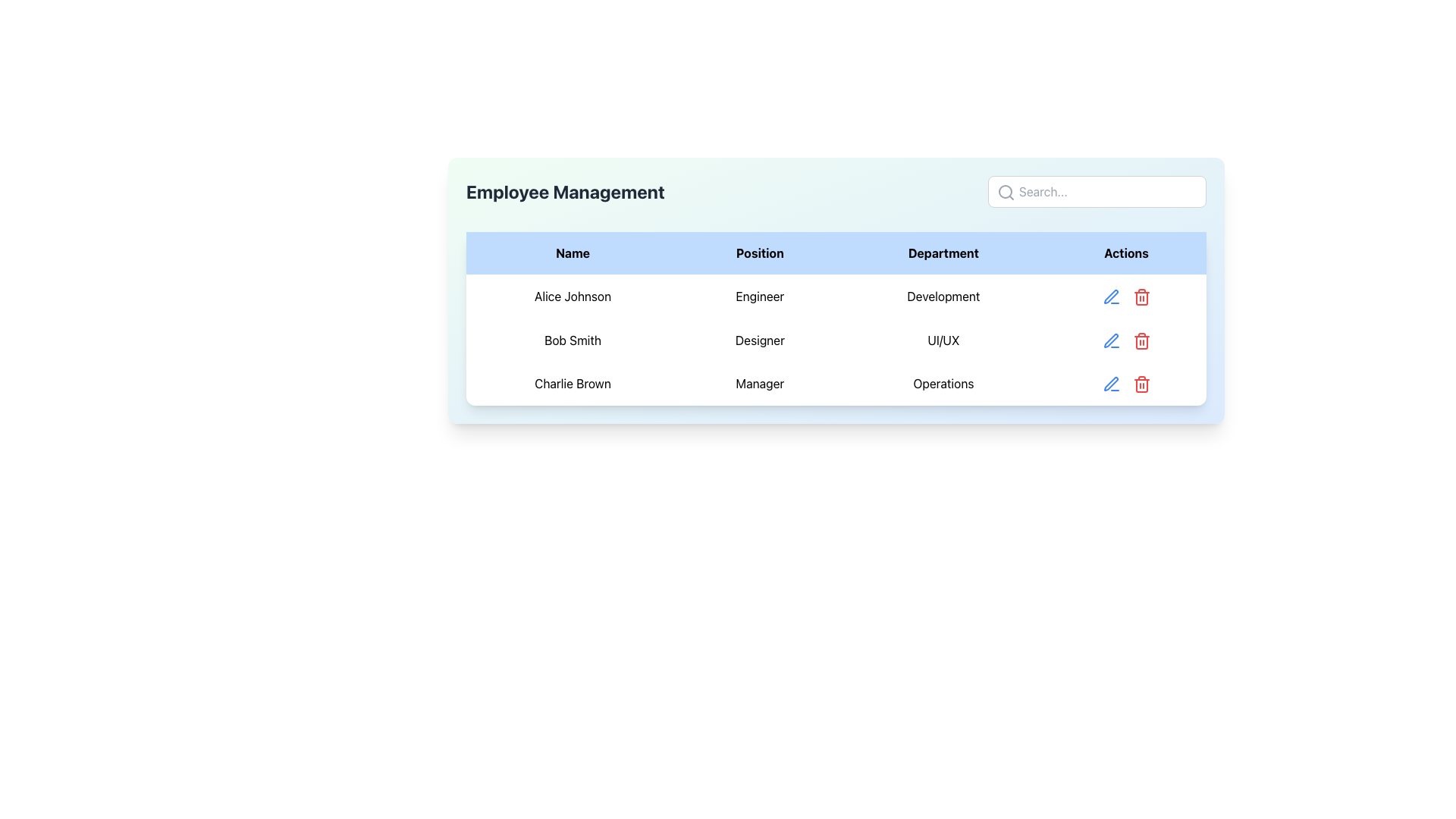 The height and width of the screenshot is (819, 1456). I want to click on the 'Name' text label, which is the first label in a row of labels at the top-left of a table, displayed in bold black font on a light blue background, so click(572, 253).